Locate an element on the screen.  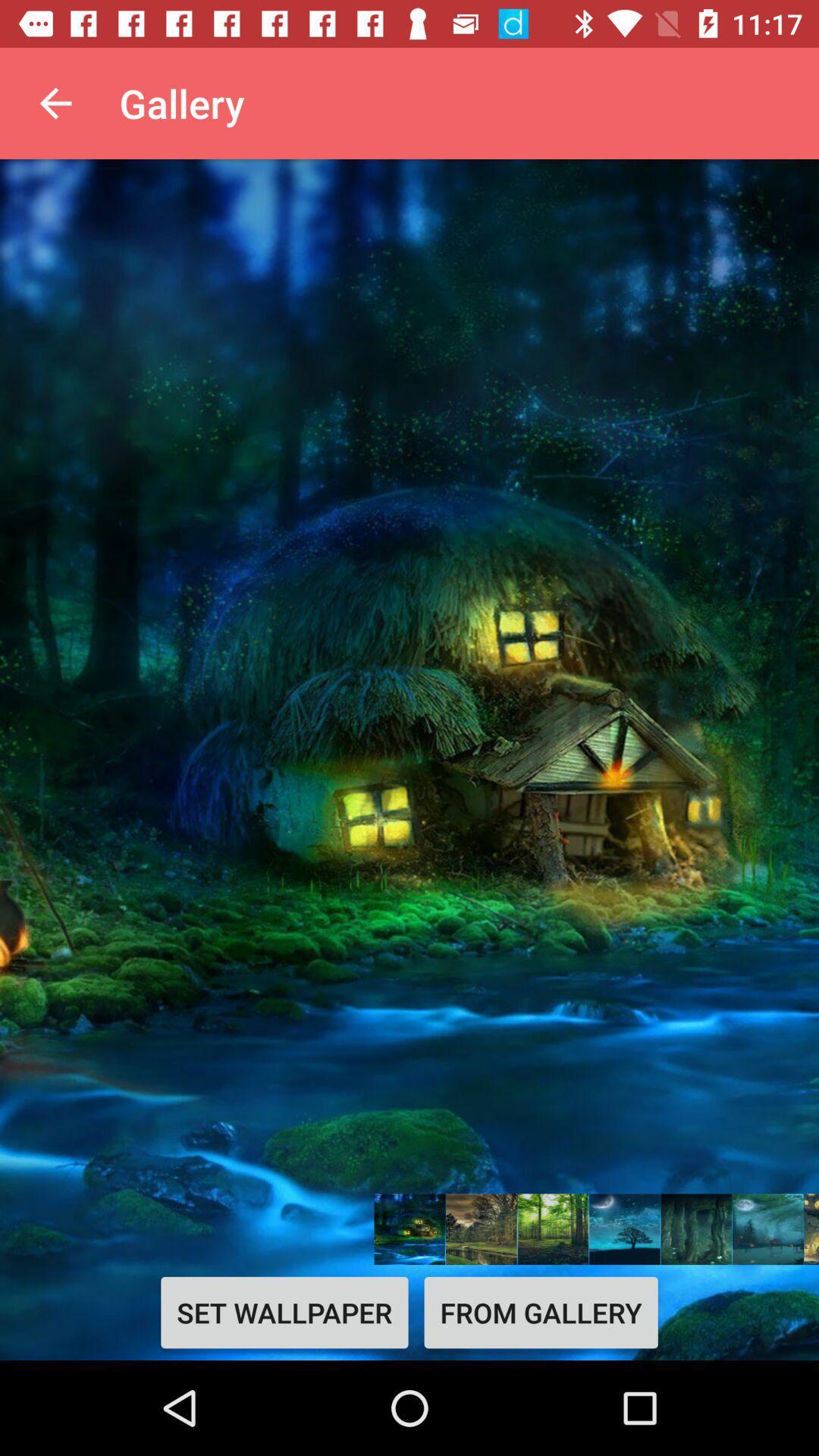
set wallpaper item is located at coordinates (284, 1312).